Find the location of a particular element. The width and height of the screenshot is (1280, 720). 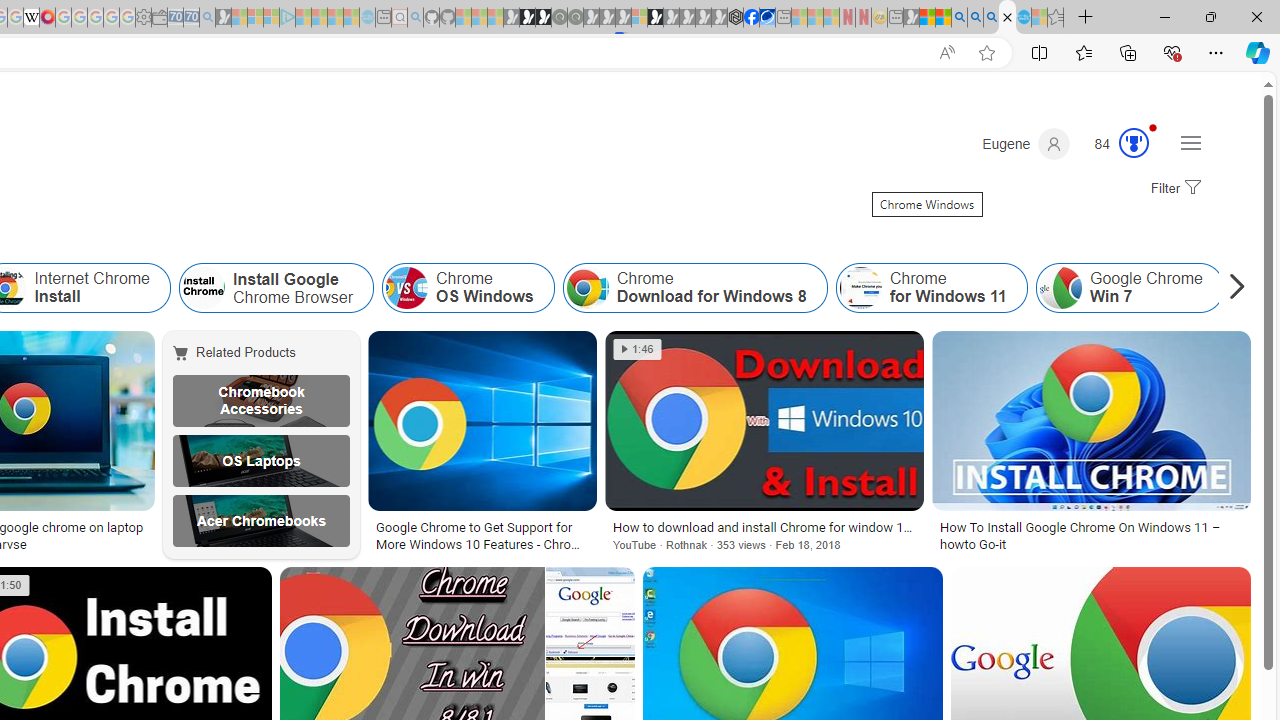

'Chromebook Accessories' is located at coordinates (260, 401).